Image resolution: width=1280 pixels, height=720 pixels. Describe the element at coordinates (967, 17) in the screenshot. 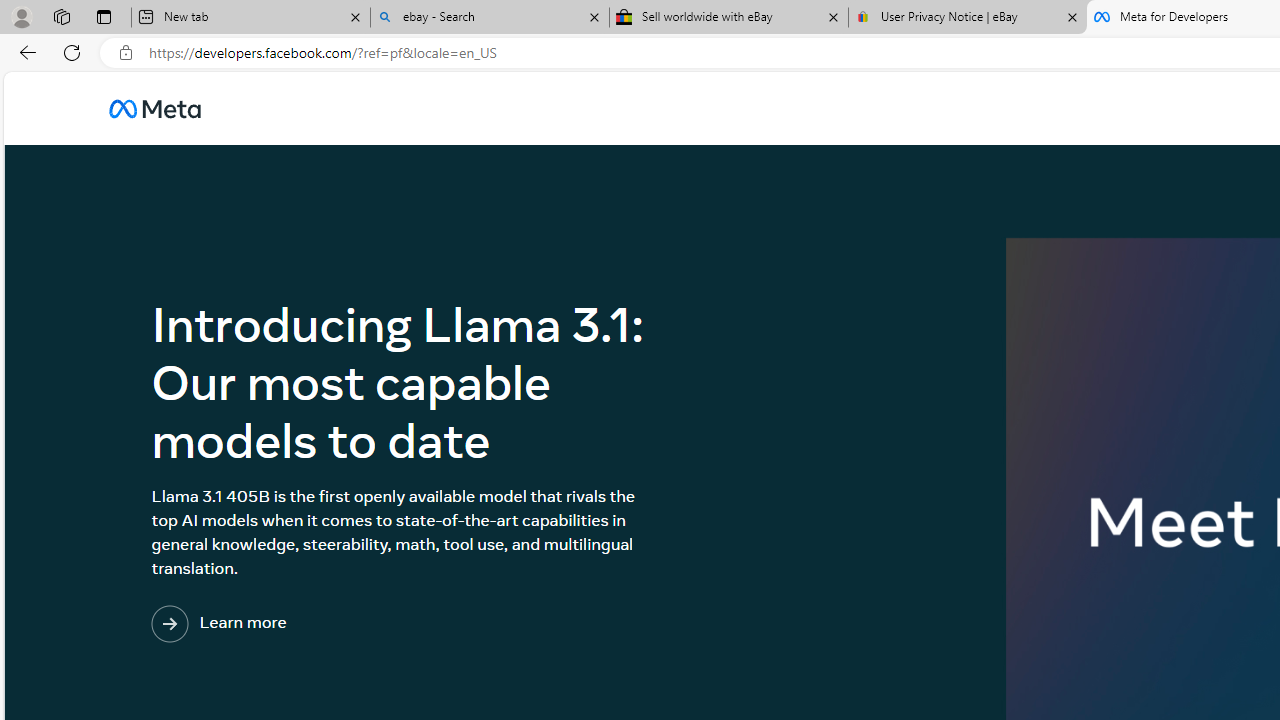

I see `'User Privacy Notice | eBay'` at that location.